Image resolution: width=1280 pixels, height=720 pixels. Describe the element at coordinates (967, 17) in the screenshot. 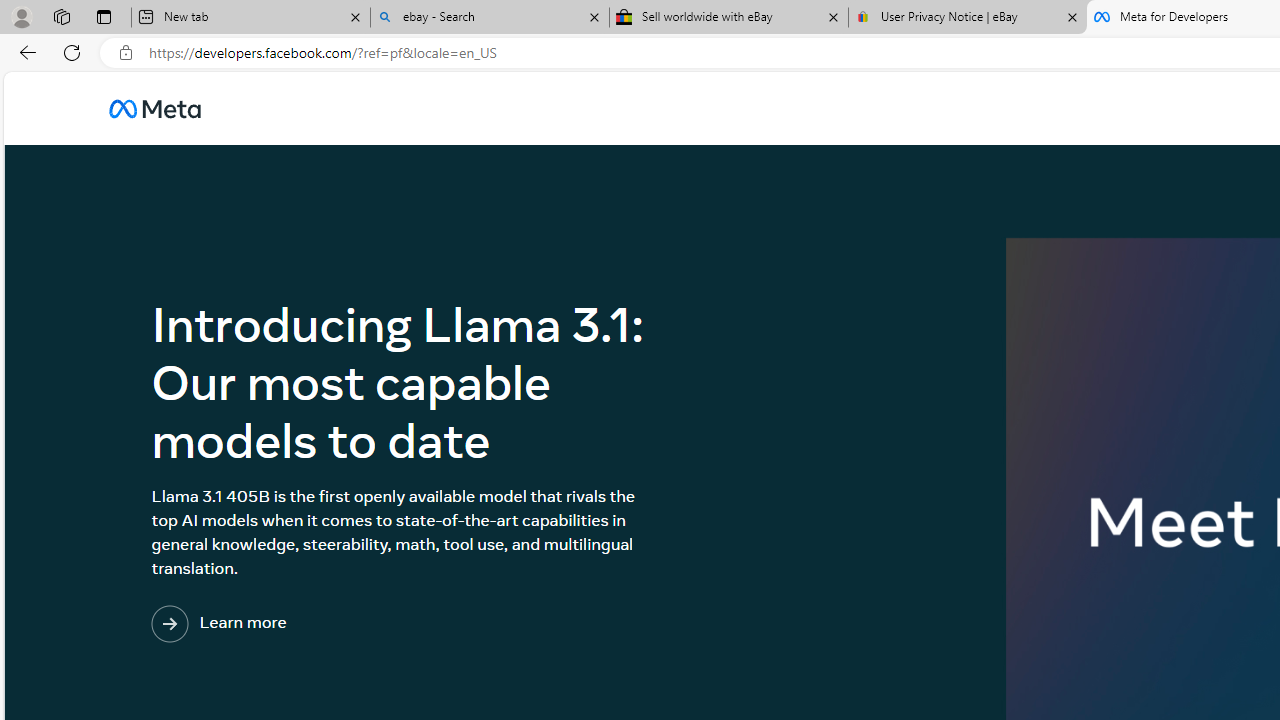

I see `'User Privacy Notice | eBay'` at that location.